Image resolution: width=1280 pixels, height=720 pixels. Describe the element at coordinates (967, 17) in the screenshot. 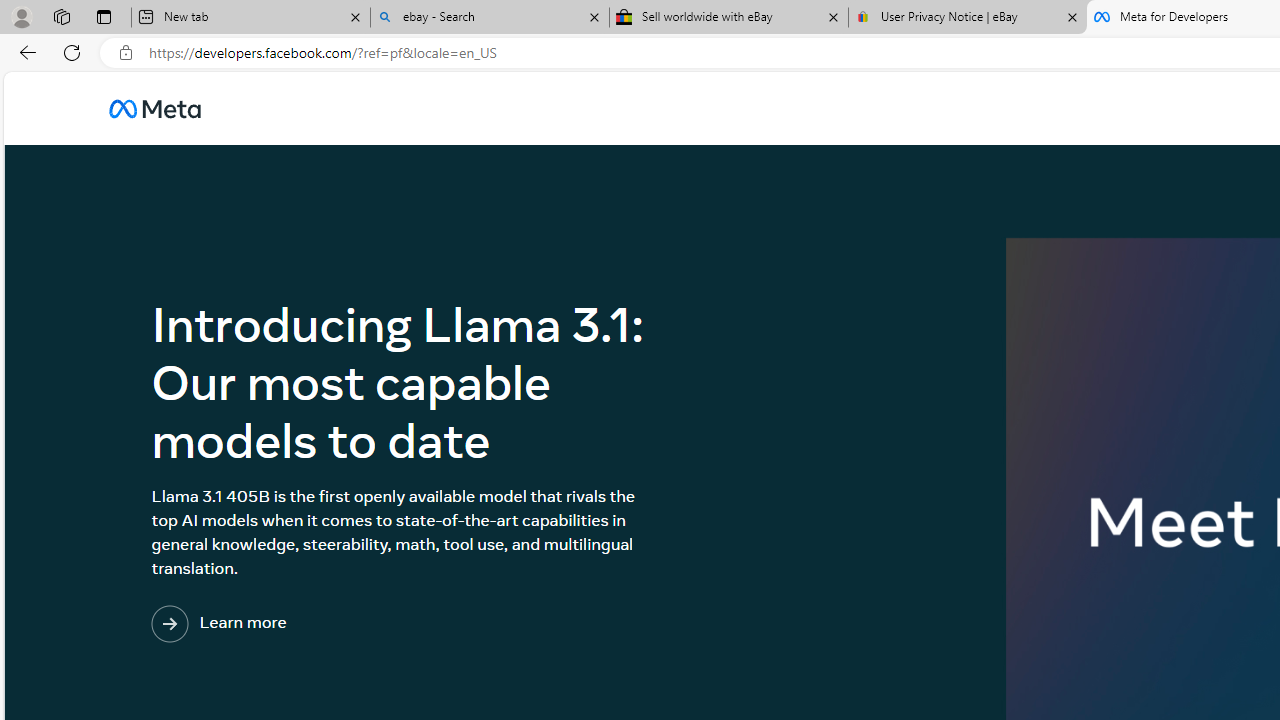

I see `'User Privacy Notice | eBay'` at that location.